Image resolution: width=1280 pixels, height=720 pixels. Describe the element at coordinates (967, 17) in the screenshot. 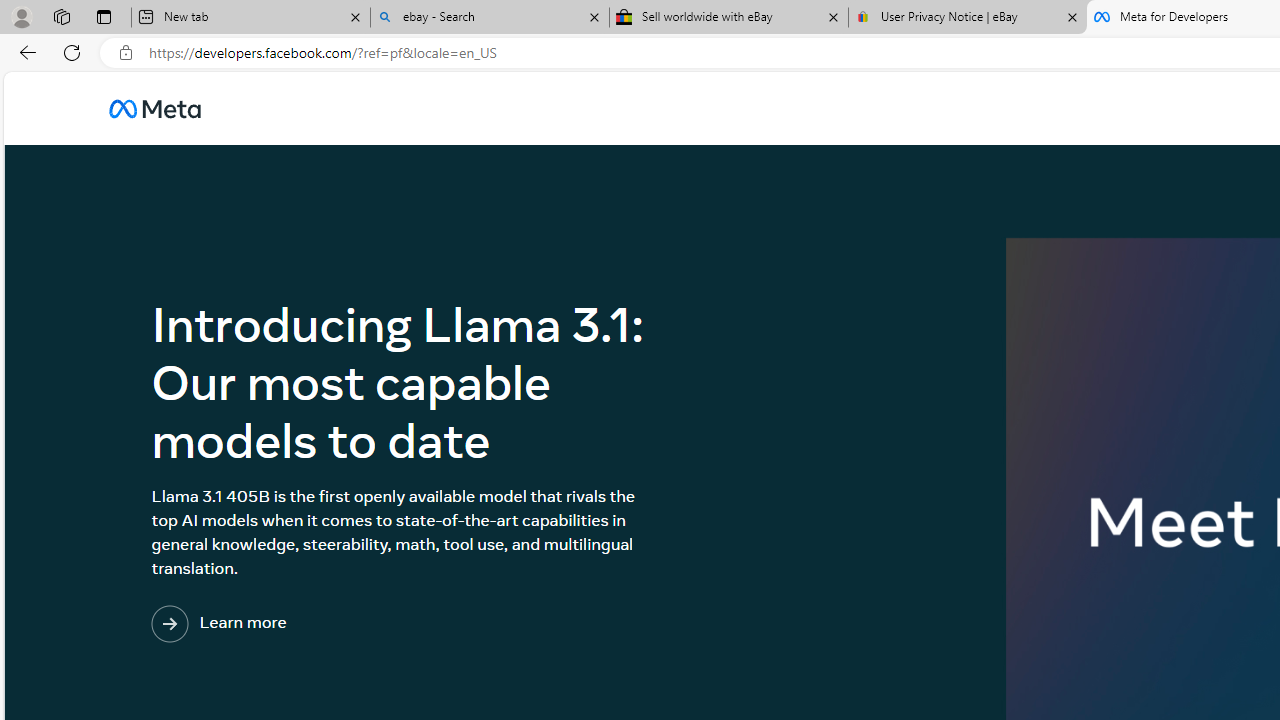

I see `'User Privacy Notice | eBay'` at that location.